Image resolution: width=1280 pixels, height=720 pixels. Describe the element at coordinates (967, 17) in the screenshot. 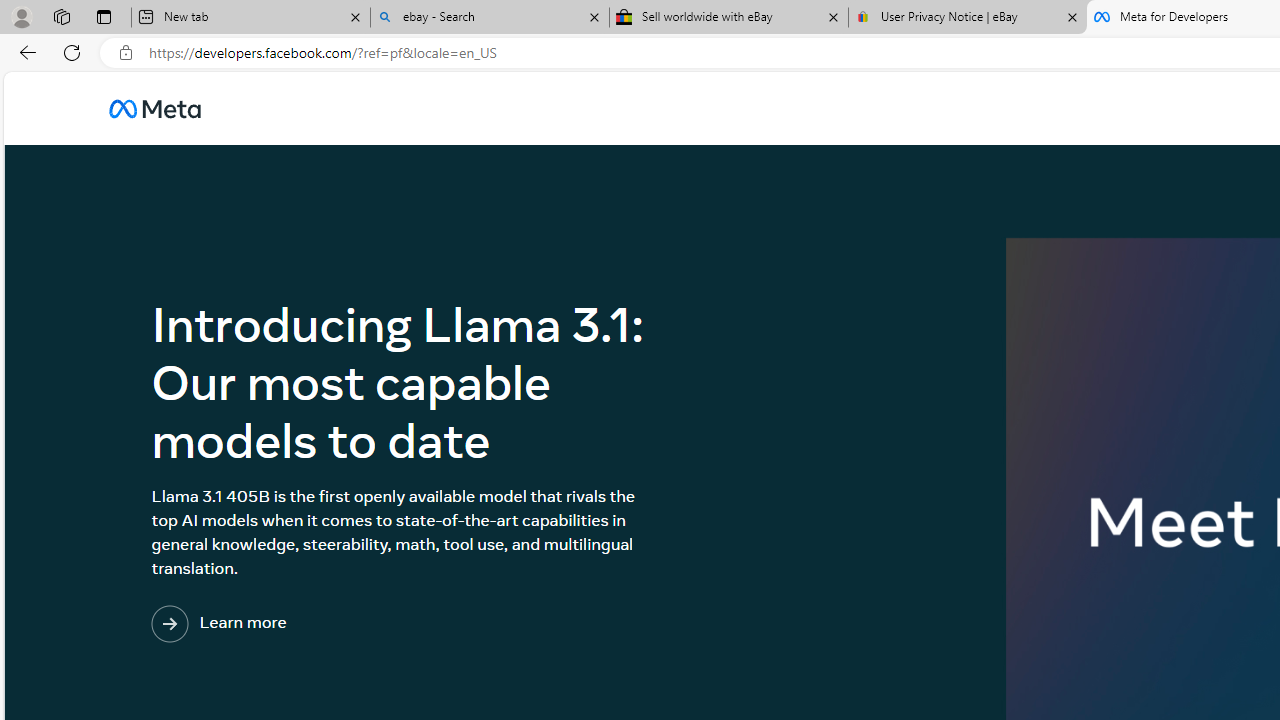

I see `'User Privacy Notice | eBay'` at that location.